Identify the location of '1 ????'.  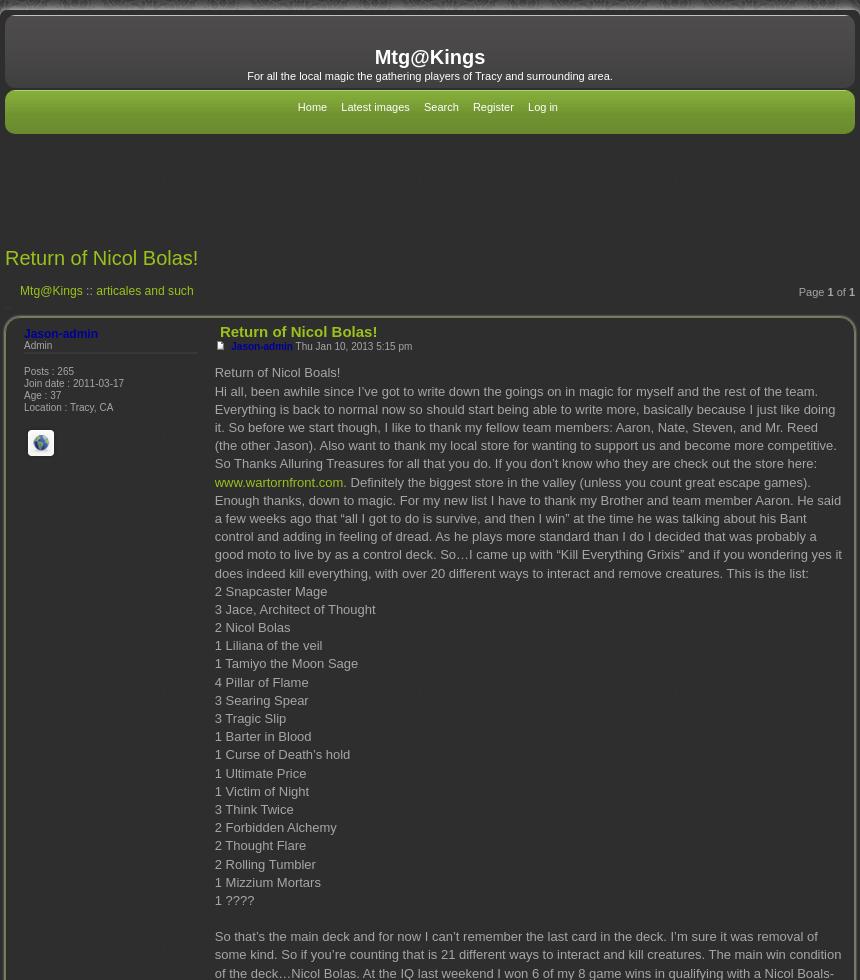
(234, 899).